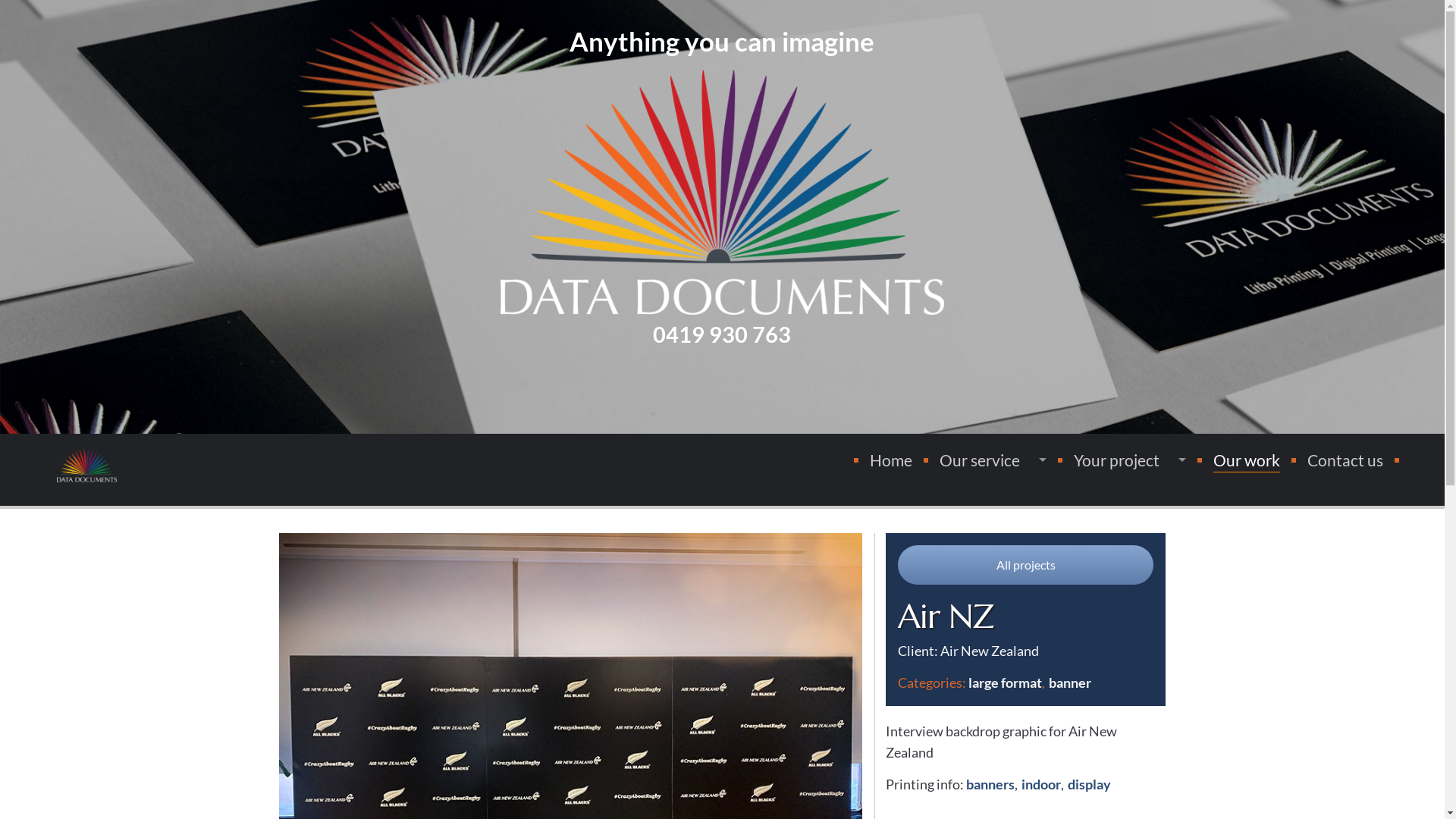 This screenshot has height=819, width=1456. Describe the element at coordinates (1026, 564) in the screenshot. I see `'All projects'` at that location.